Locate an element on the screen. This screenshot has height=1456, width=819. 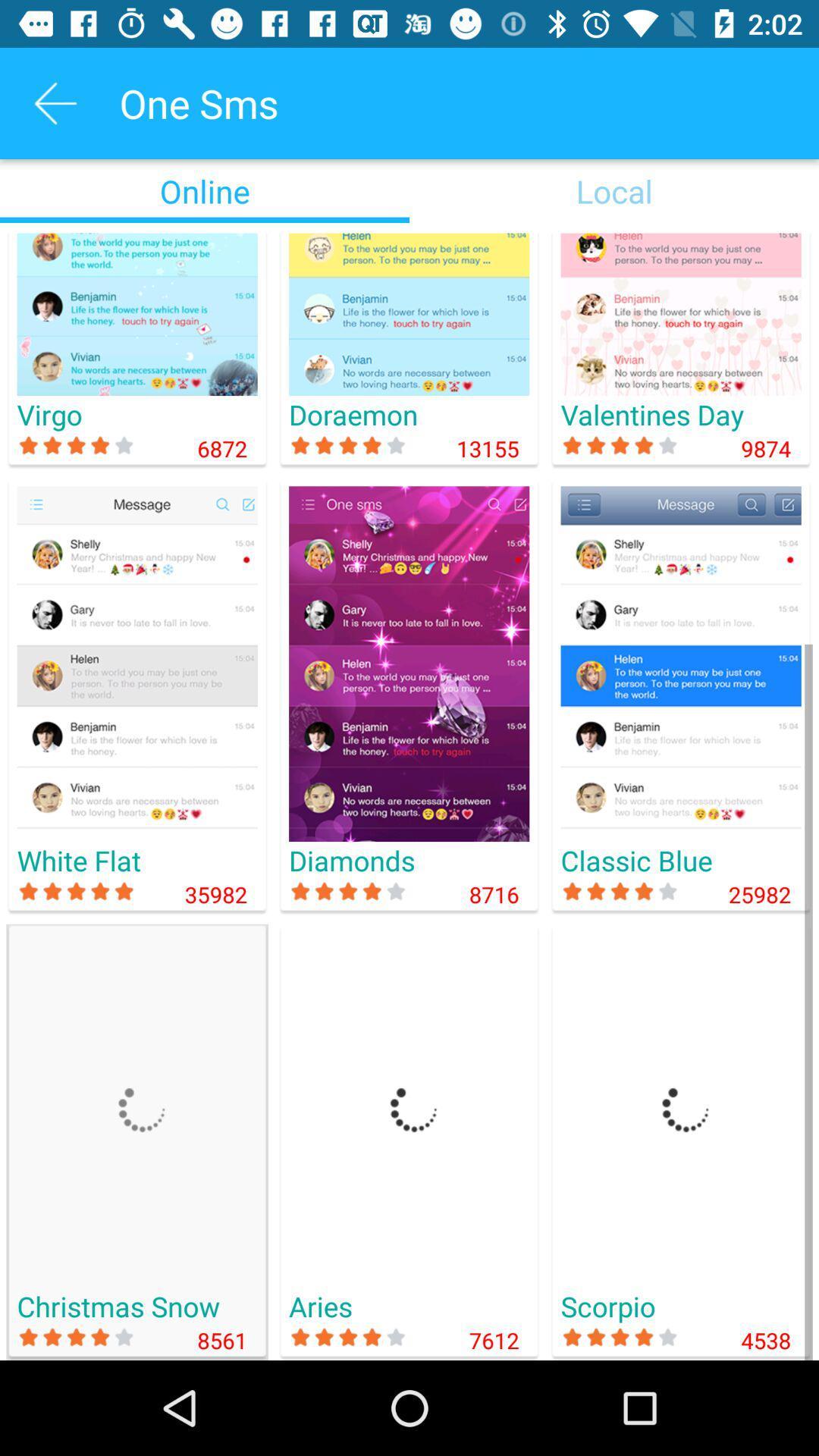
app to the left of one sms icon is located at coordinates (55, 102).